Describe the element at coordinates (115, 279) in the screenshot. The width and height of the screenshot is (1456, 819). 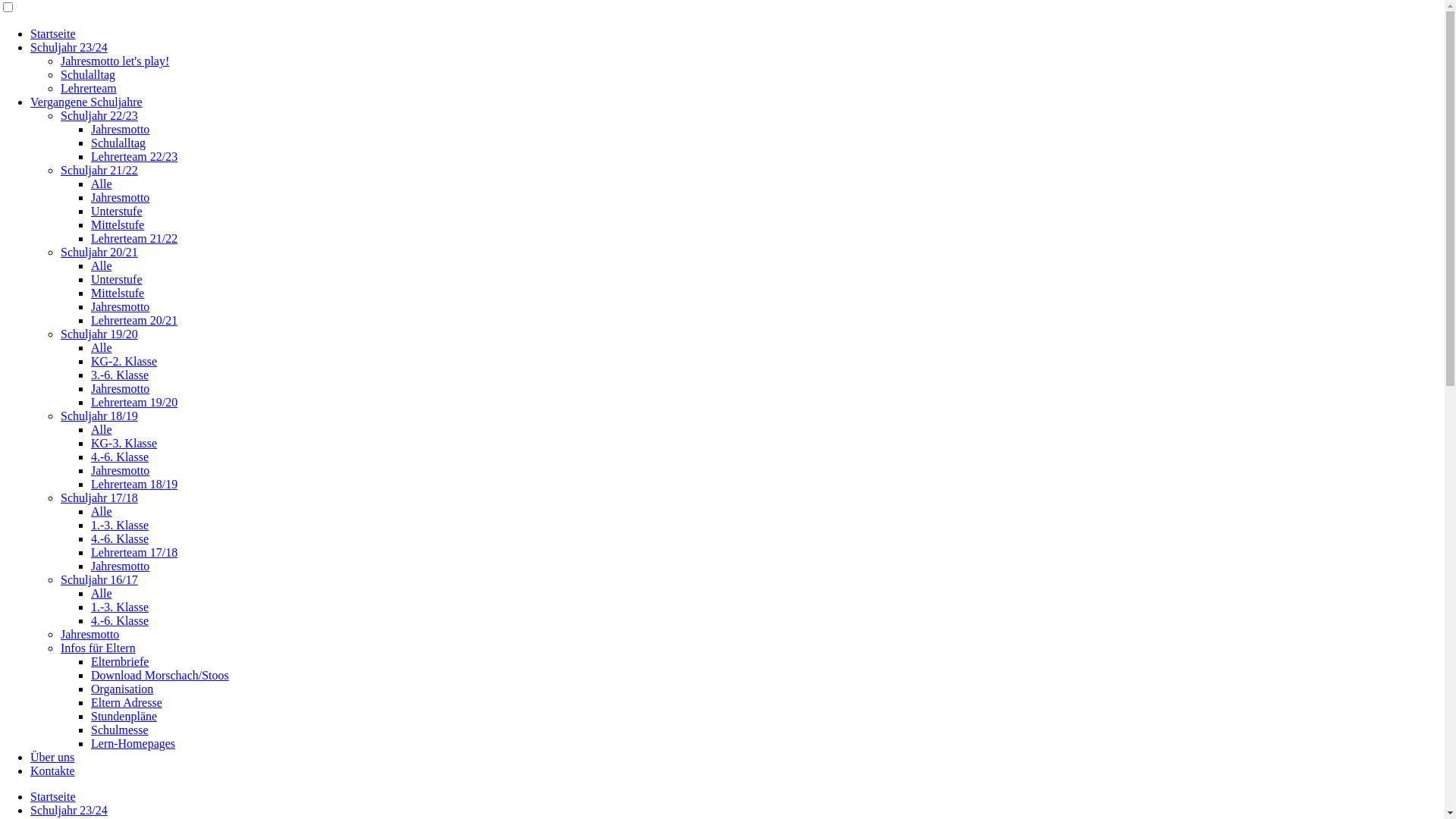
I see `'Unterstufe'` at that location.